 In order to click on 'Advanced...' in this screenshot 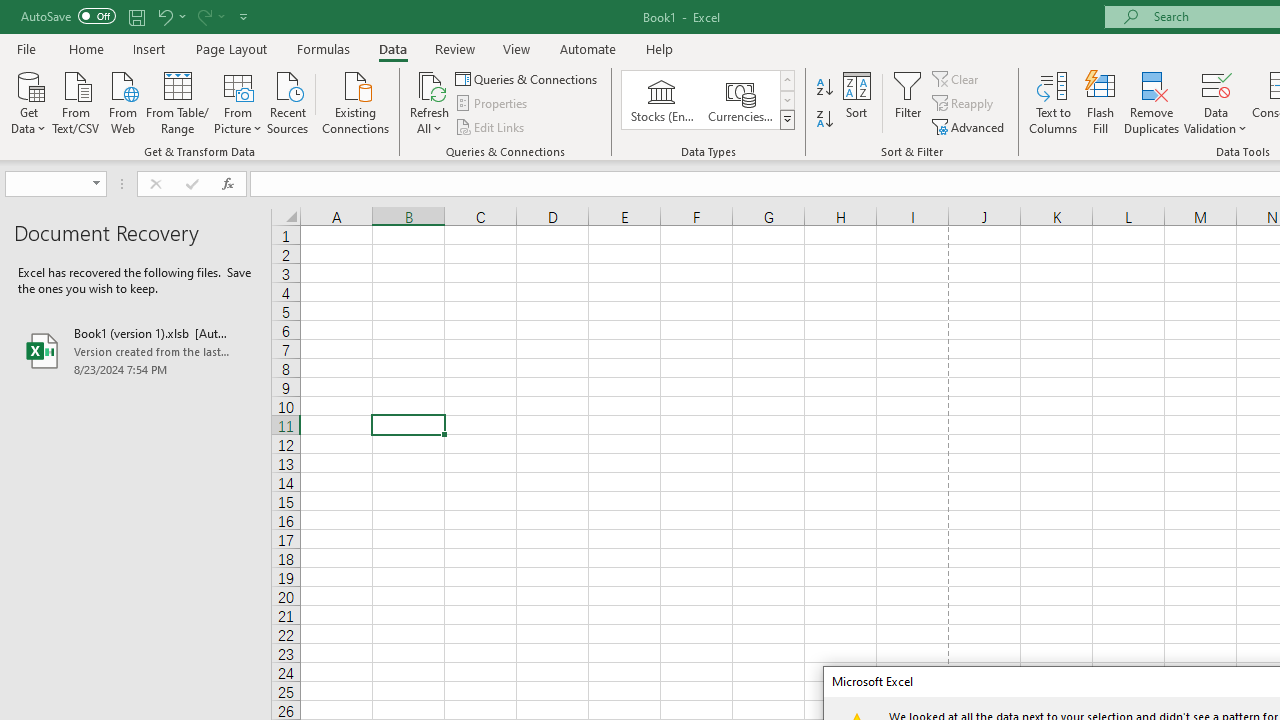, I will do `click(970, 127)`.